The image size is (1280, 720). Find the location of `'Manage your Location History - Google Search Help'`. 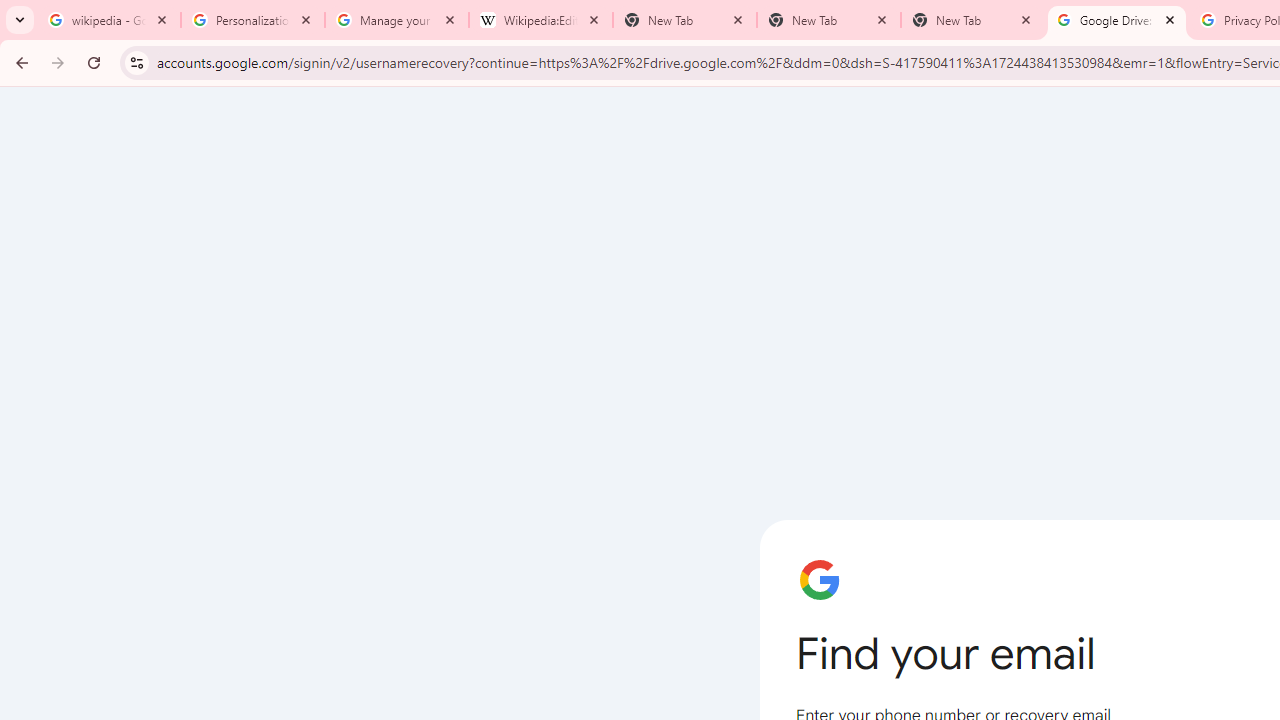

'Manage your Location History - Google Search Help' is located at coordinates (396, 20).